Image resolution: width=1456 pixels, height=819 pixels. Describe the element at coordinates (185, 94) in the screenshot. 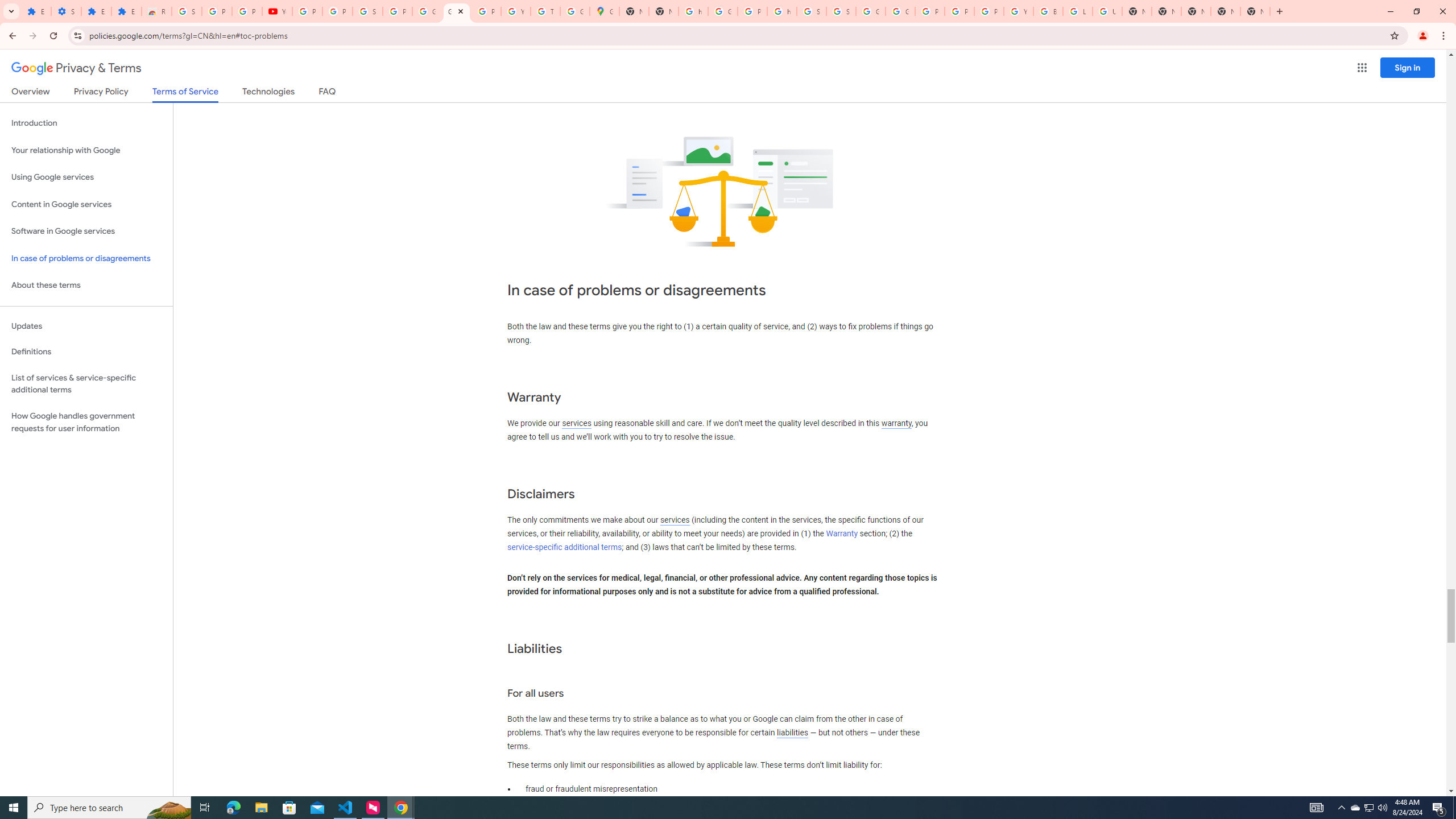

I see `'Terms of Service'` at that location.